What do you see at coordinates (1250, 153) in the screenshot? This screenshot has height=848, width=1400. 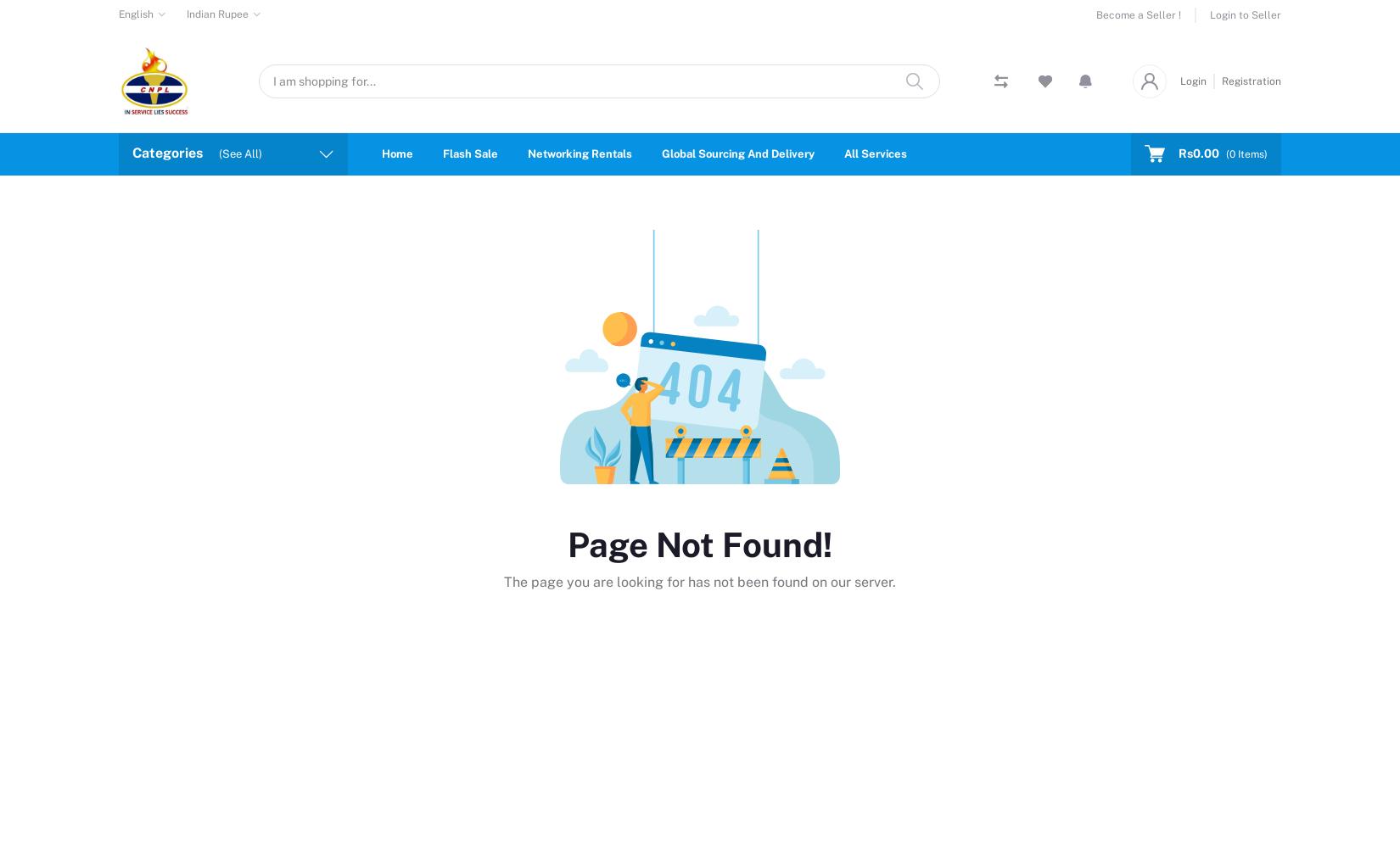 I see `'Items)'` at bounding box center [1250, 153].